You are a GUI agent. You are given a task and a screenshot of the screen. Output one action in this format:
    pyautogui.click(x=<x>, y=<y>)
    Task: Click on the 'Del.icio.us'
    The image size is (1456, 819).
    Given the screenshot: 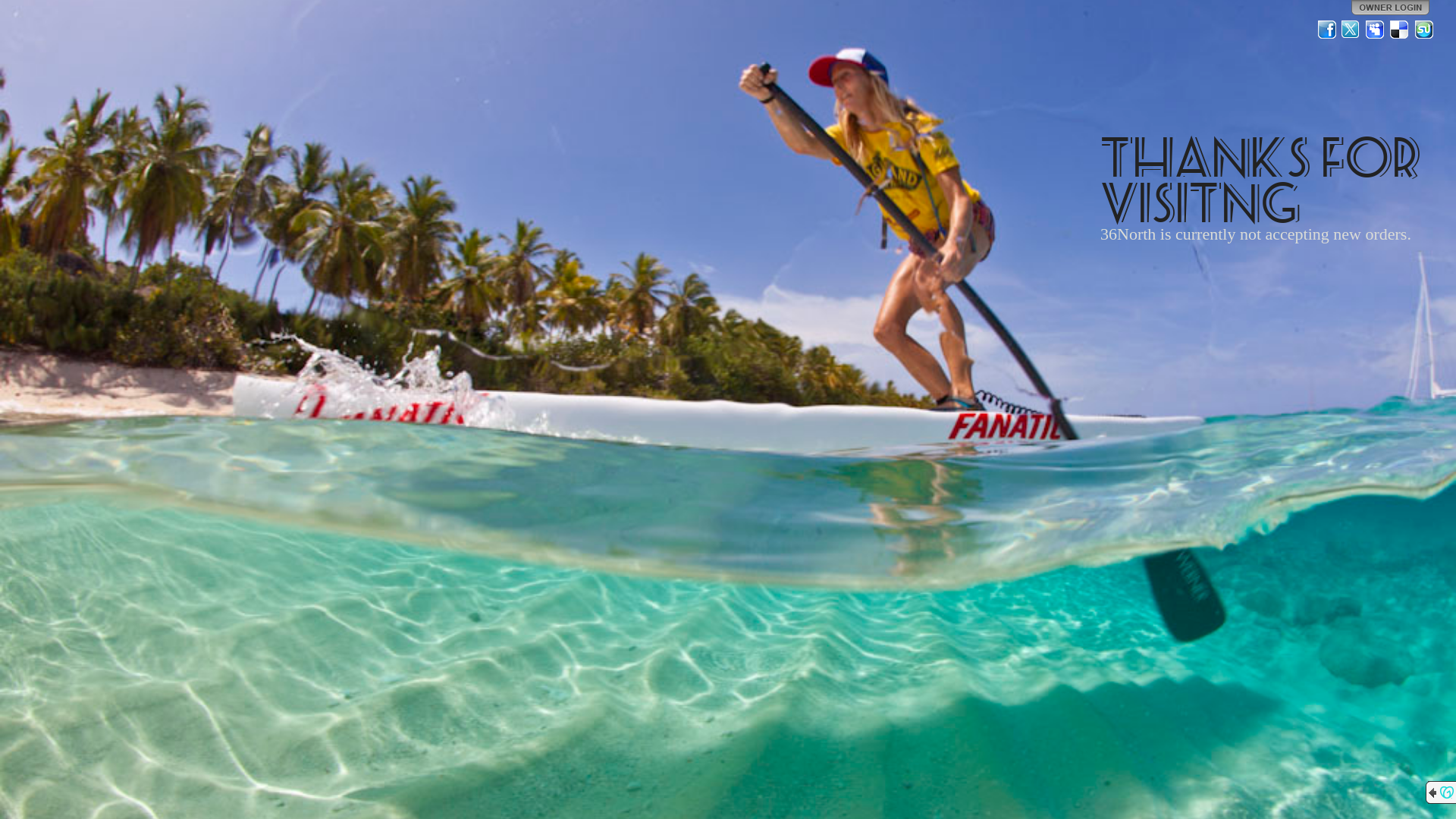 What is the action you would take?
    pyautogui.click(x=1389, y=29)
    